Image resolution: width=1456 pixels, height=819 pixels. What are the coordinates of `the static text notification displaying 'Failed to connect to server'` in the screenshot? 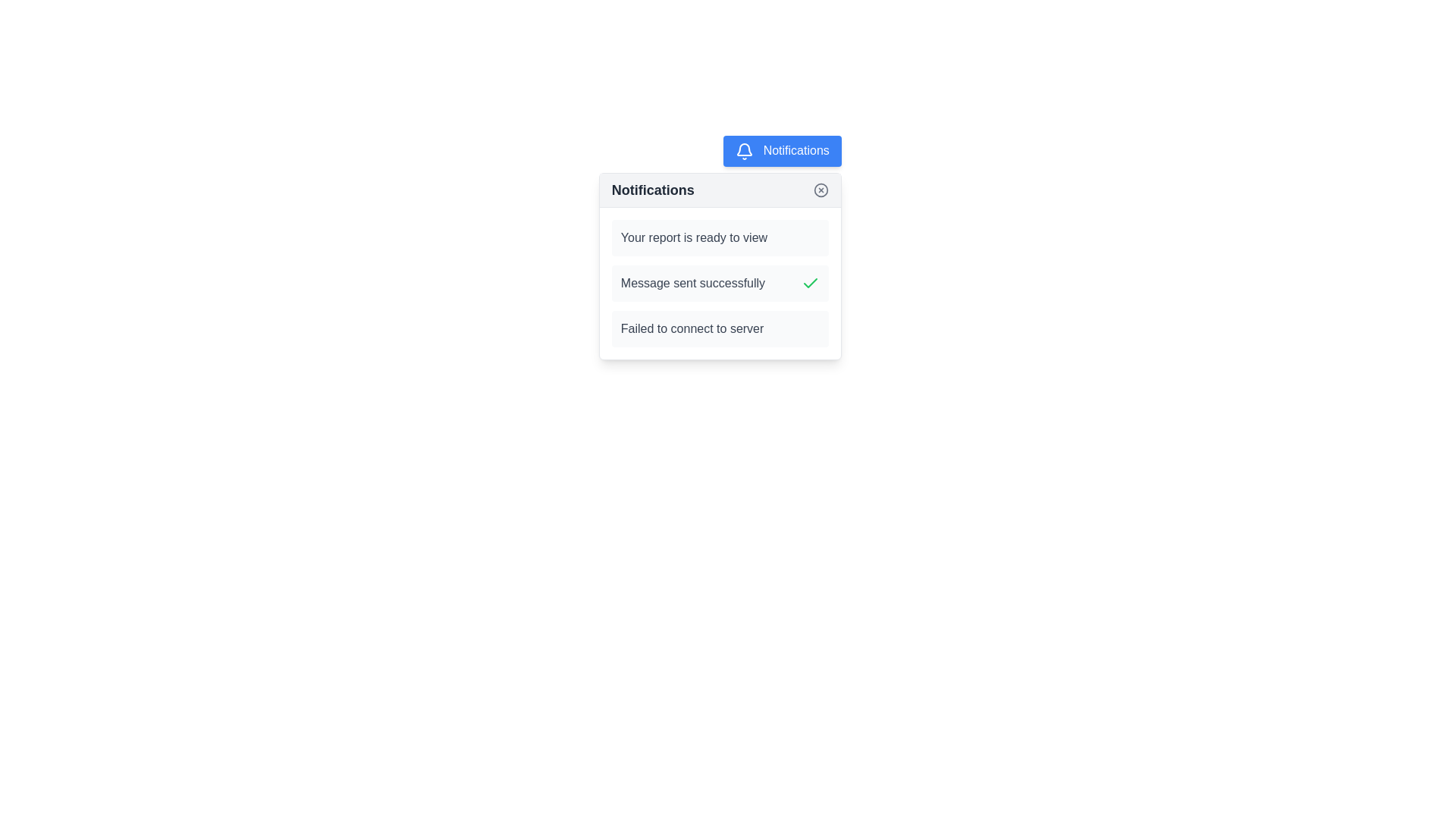 It's located at (692, 328).